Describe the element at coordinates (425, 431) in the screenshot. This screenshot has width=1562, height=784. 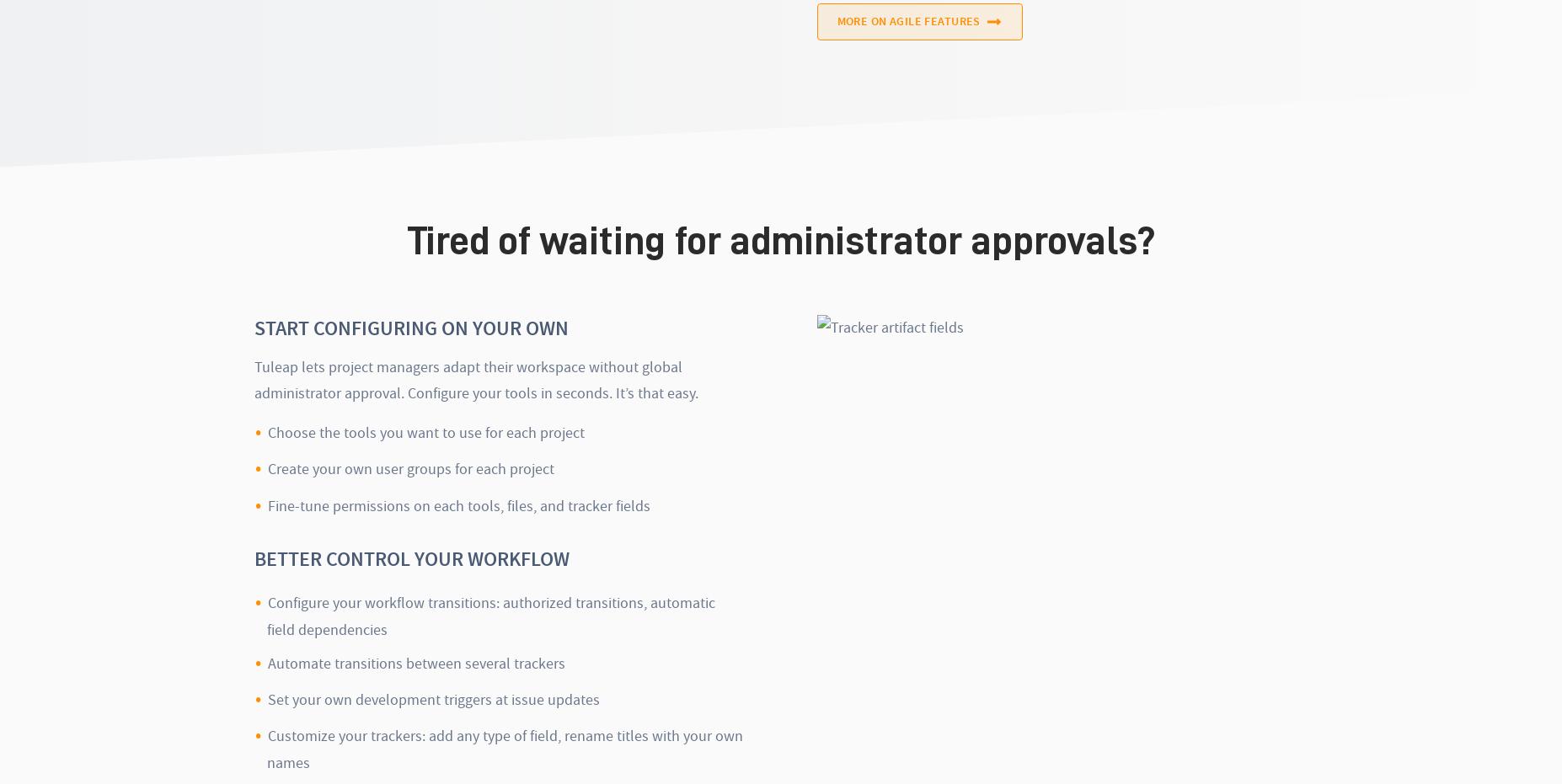
I see `'Choose the tools you want to use for each project'` at that location.